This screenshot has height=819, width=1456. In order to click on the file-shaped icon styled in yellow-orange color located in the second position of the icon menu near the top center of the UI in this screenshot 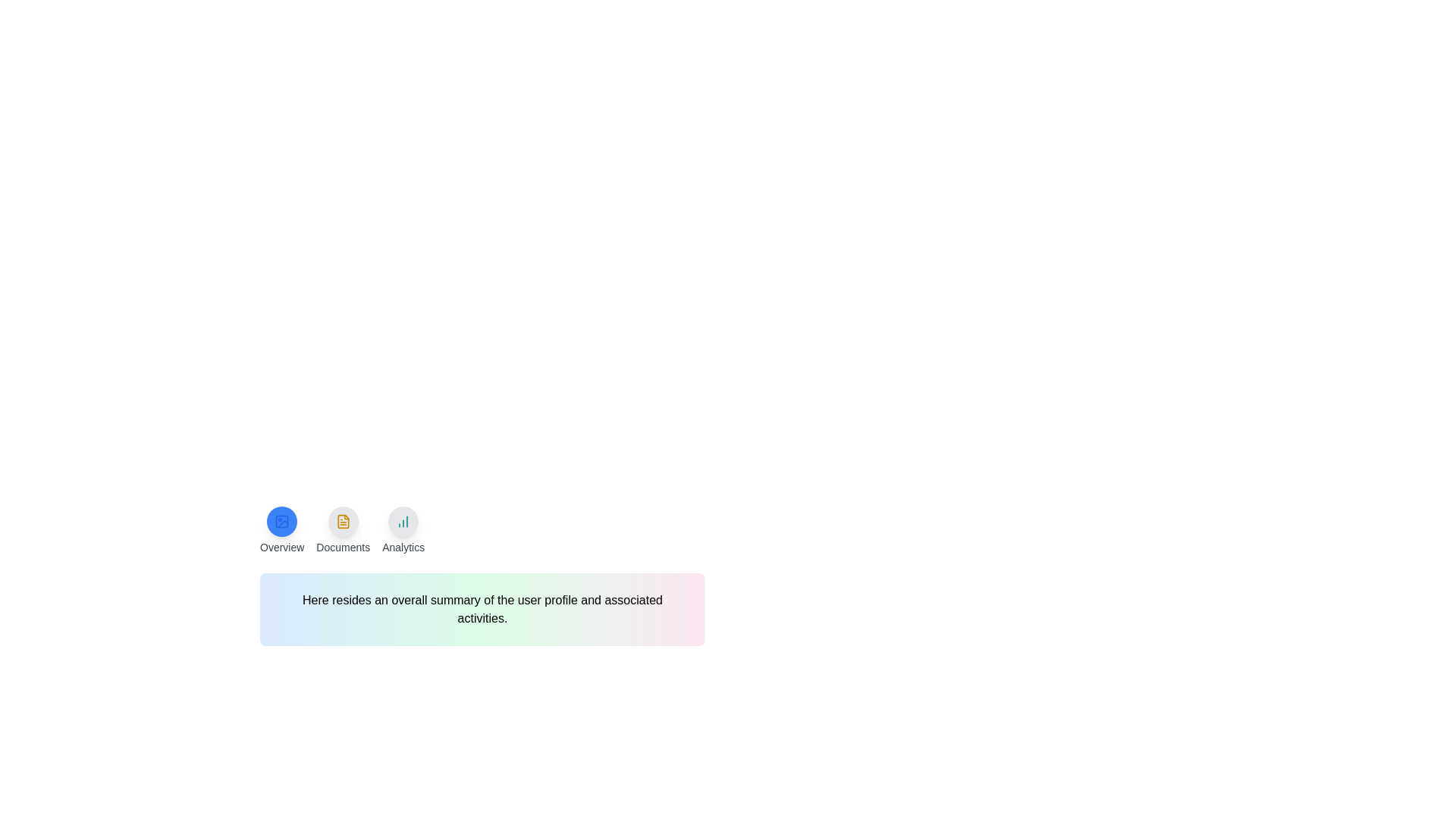, I will do `click(342, 520)`.